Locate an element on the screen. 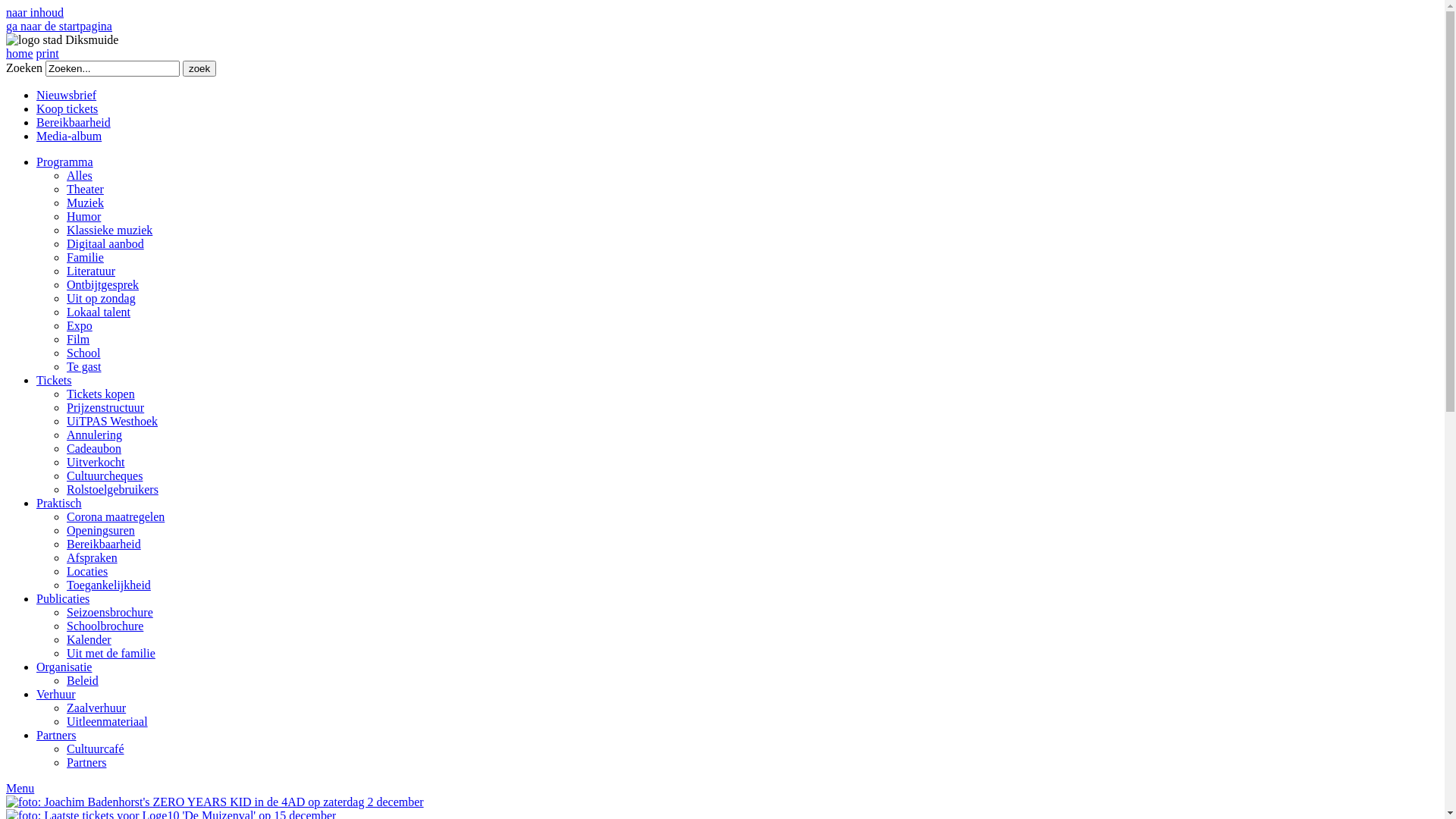 This screenshot has width=1456, height=819. 'Ontbijtgesprek' is located at coordinates (102, 284).